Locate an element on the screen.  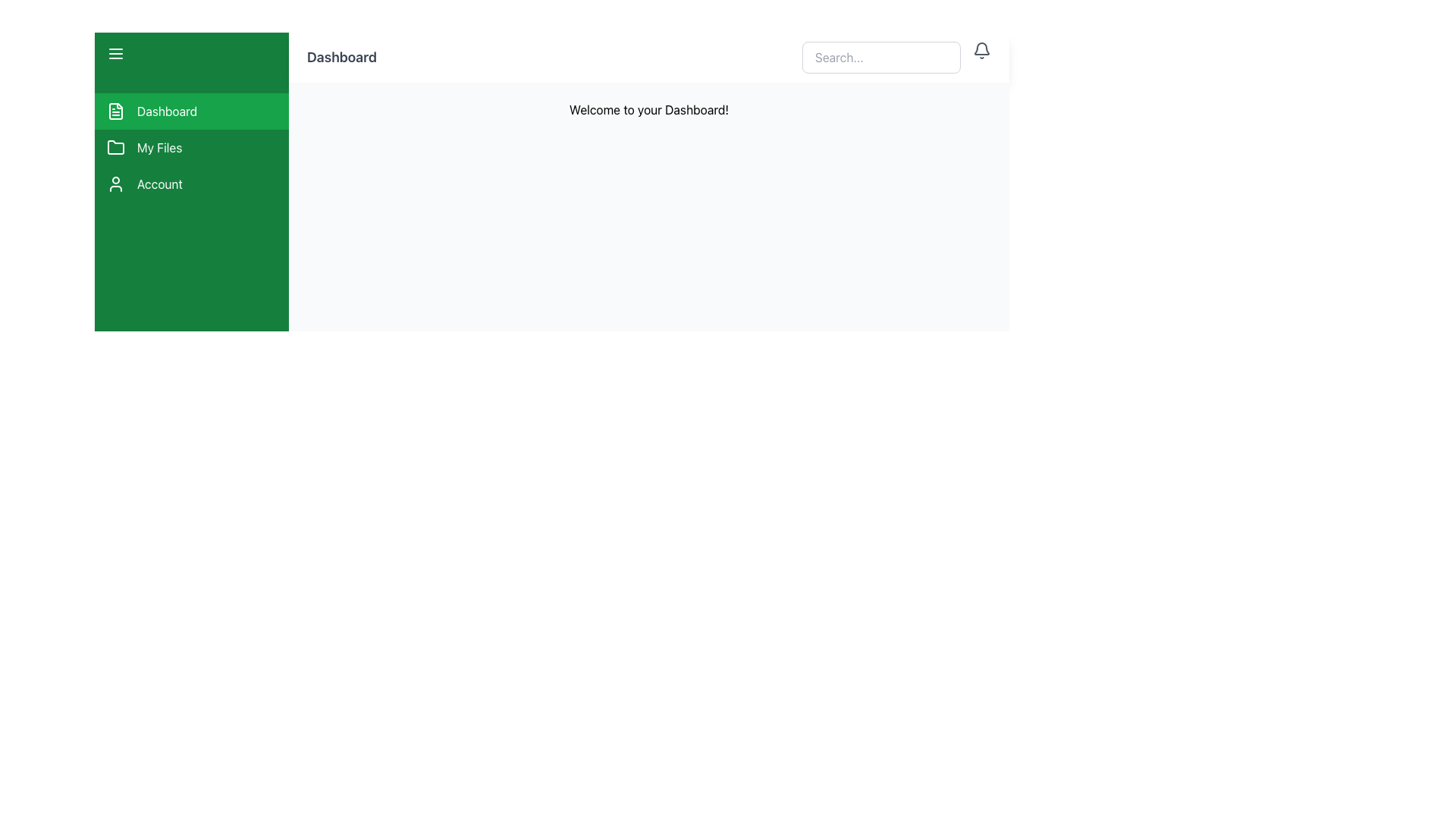
the hamburger menu icon, which is a compact icon with three white horizontal lines on a green background located at the top-left corner of the sidebar is located at coordinates (115, 52).